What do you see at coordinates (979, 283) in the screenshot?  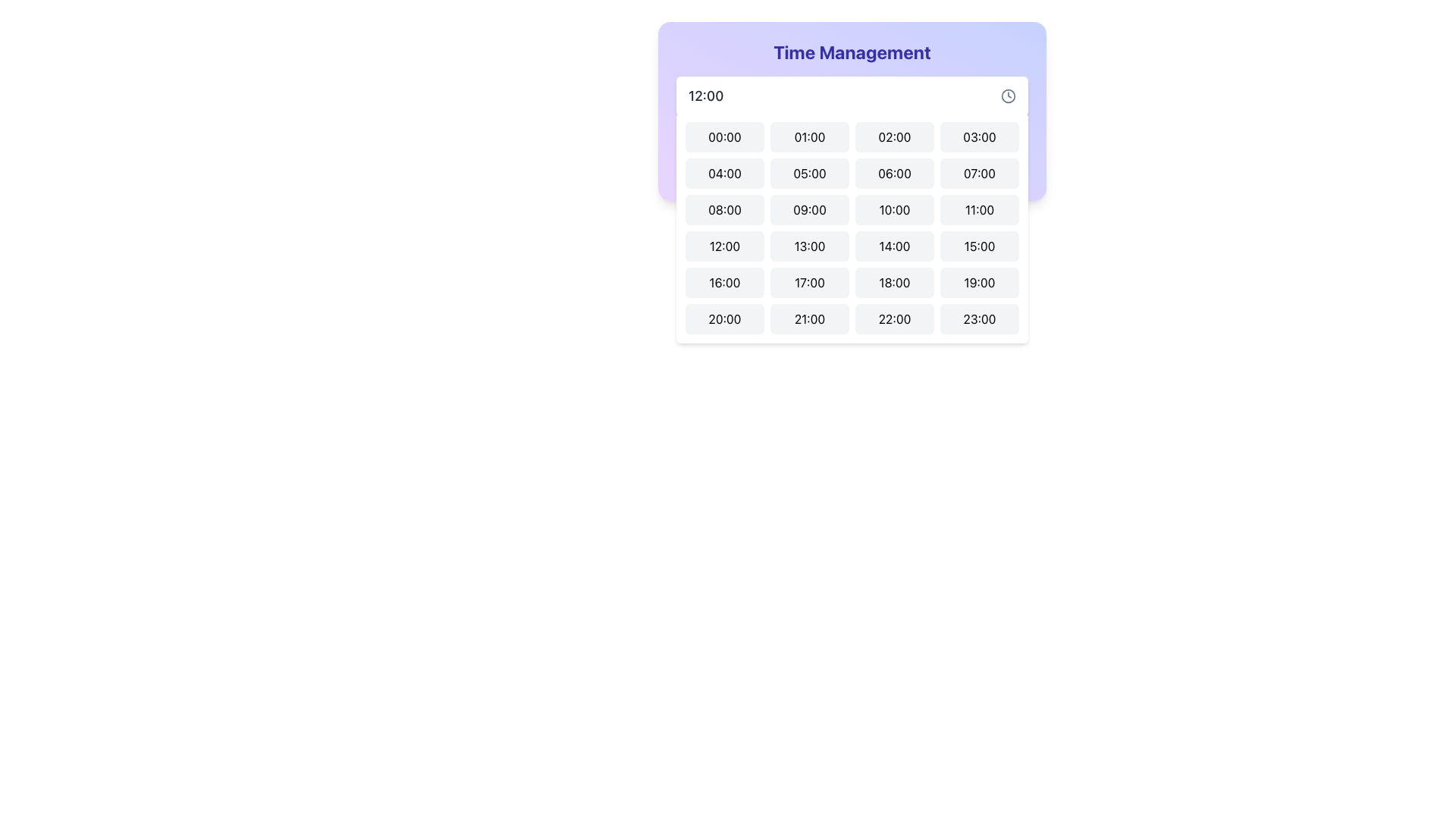 I see `the button labeled '19:00' which is the seventh button in the last row of a 4-column grid layout` at bounding box center [979, 283].